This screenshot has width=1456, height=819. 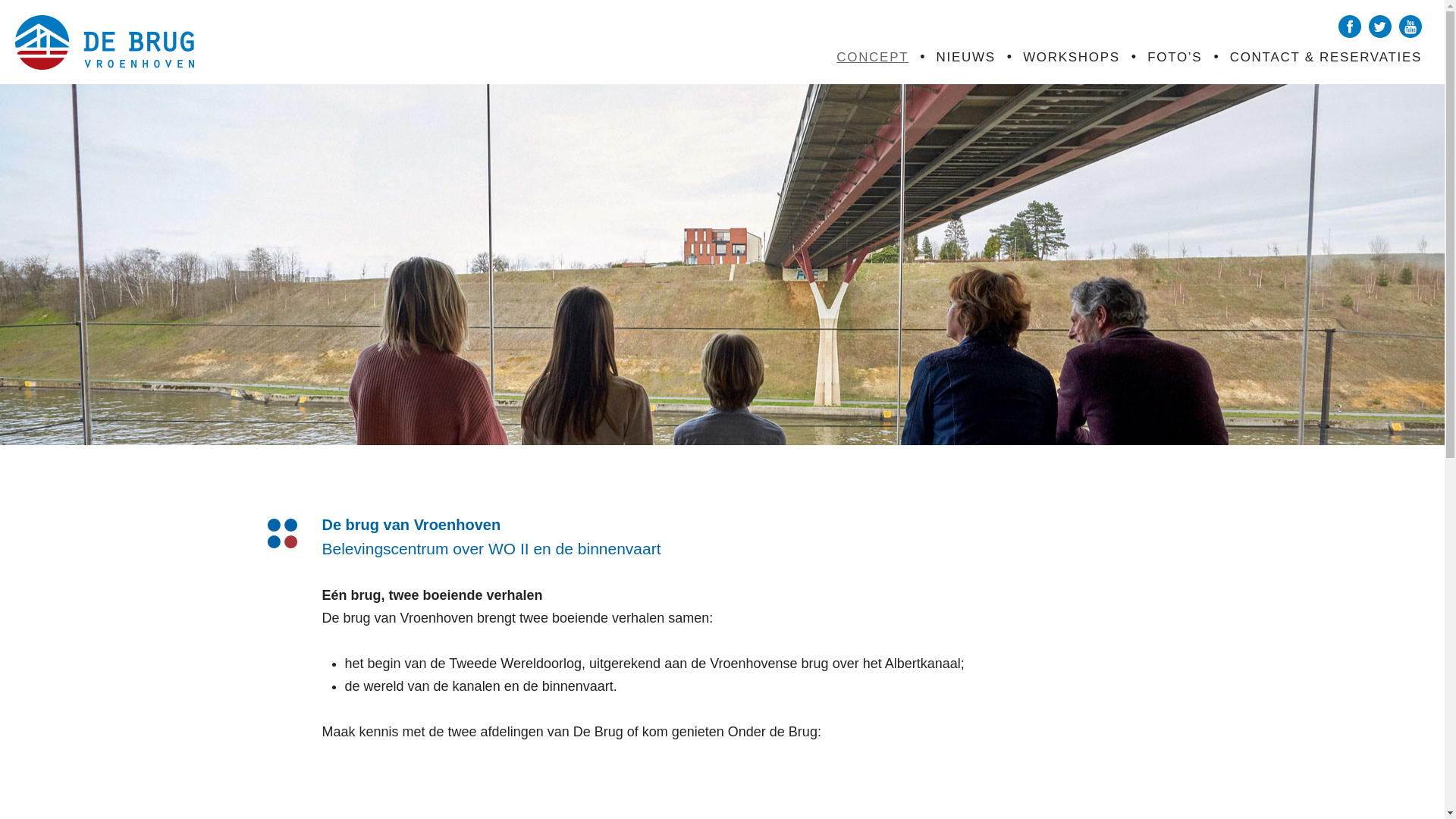 What do you see at coordinates (1379, 26) in the screenshot?
I see `'Twitter'` at bounding box center [1379, 26].